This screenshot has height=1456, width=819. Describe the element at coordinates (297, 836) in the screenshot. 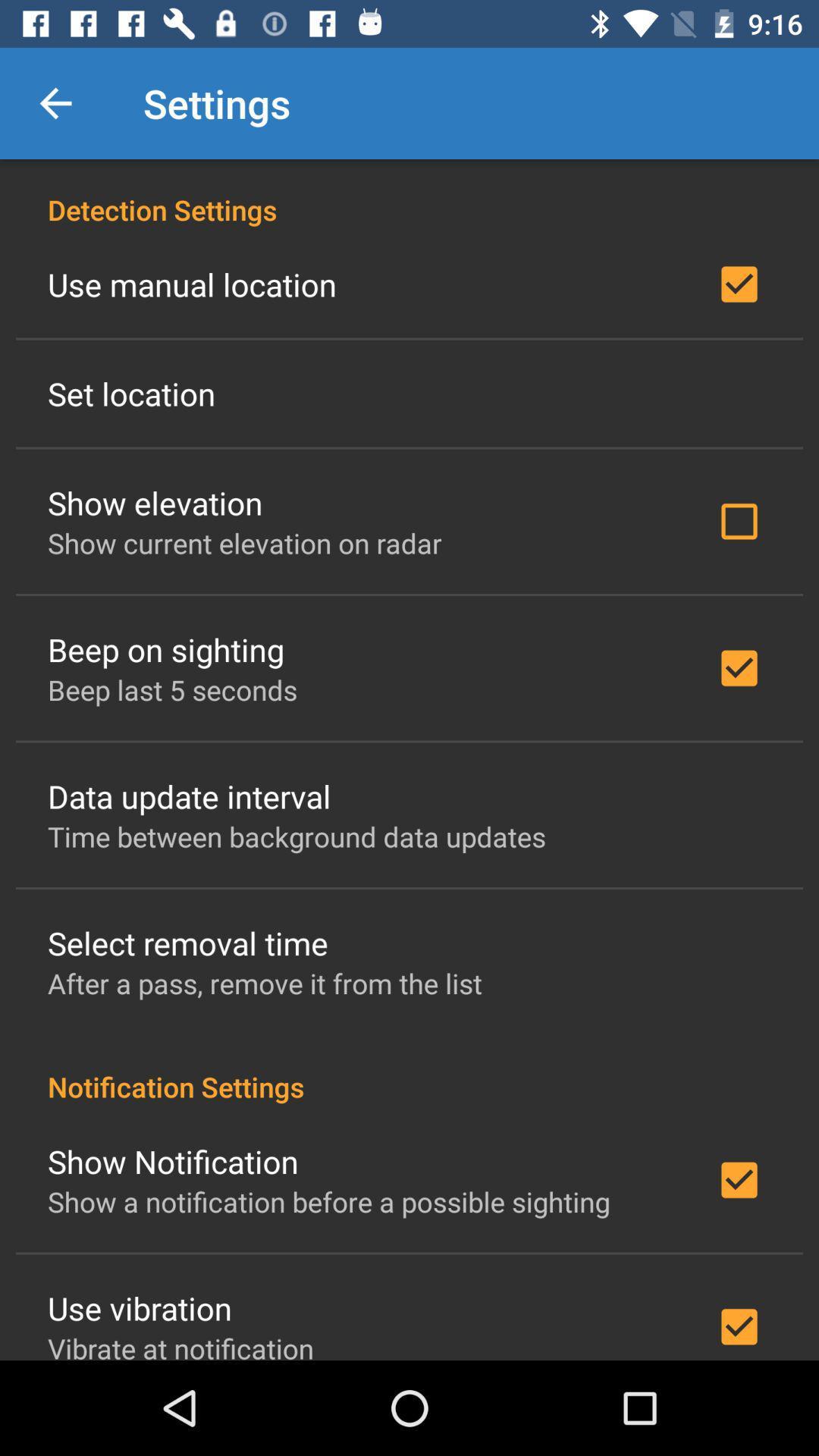

I see `time between background at the center` at that location.